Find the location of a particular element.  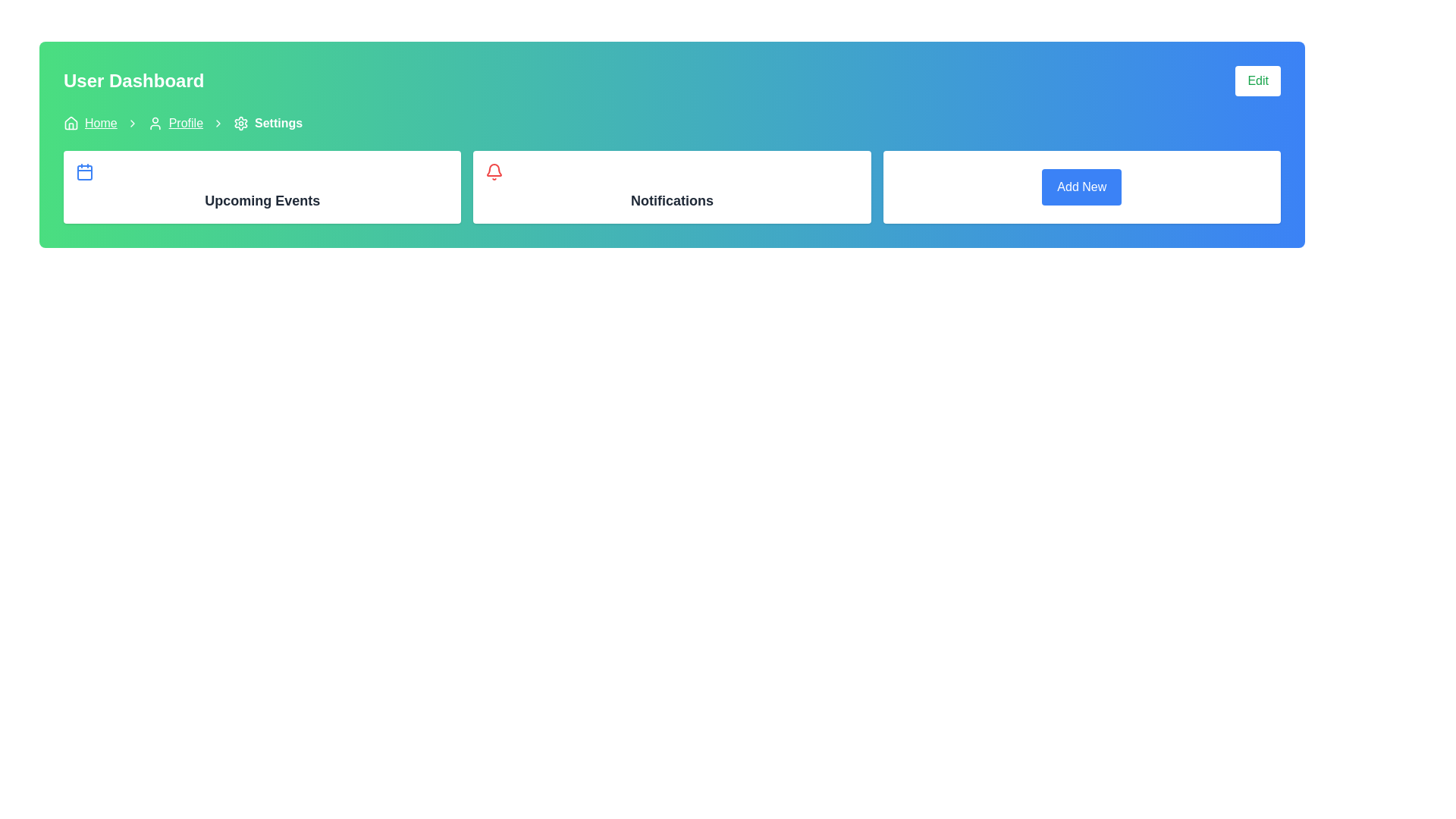

the second chevron-shaped icon in the breadcrumb navigation, located between 'Profile' and 'Settings' is located at coordinates (218, 122).